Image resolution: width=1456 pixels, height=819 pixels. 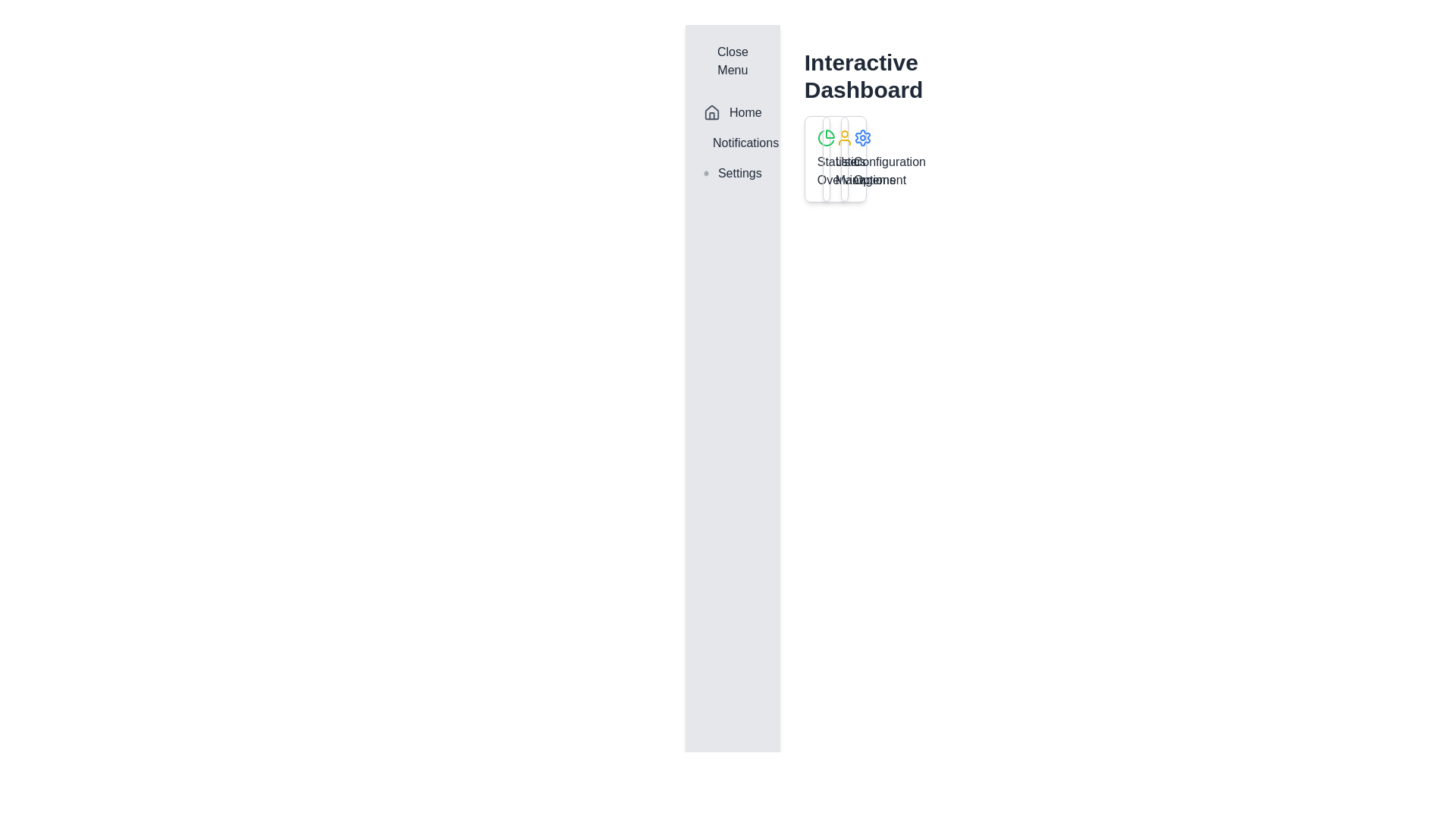 What do you see at coordinates (712, 141) in the screenshot?
I see `the notification icon located on the sidebar, which is the second component between 'Home' and 'Settings'` at bounding box center [712, 141].